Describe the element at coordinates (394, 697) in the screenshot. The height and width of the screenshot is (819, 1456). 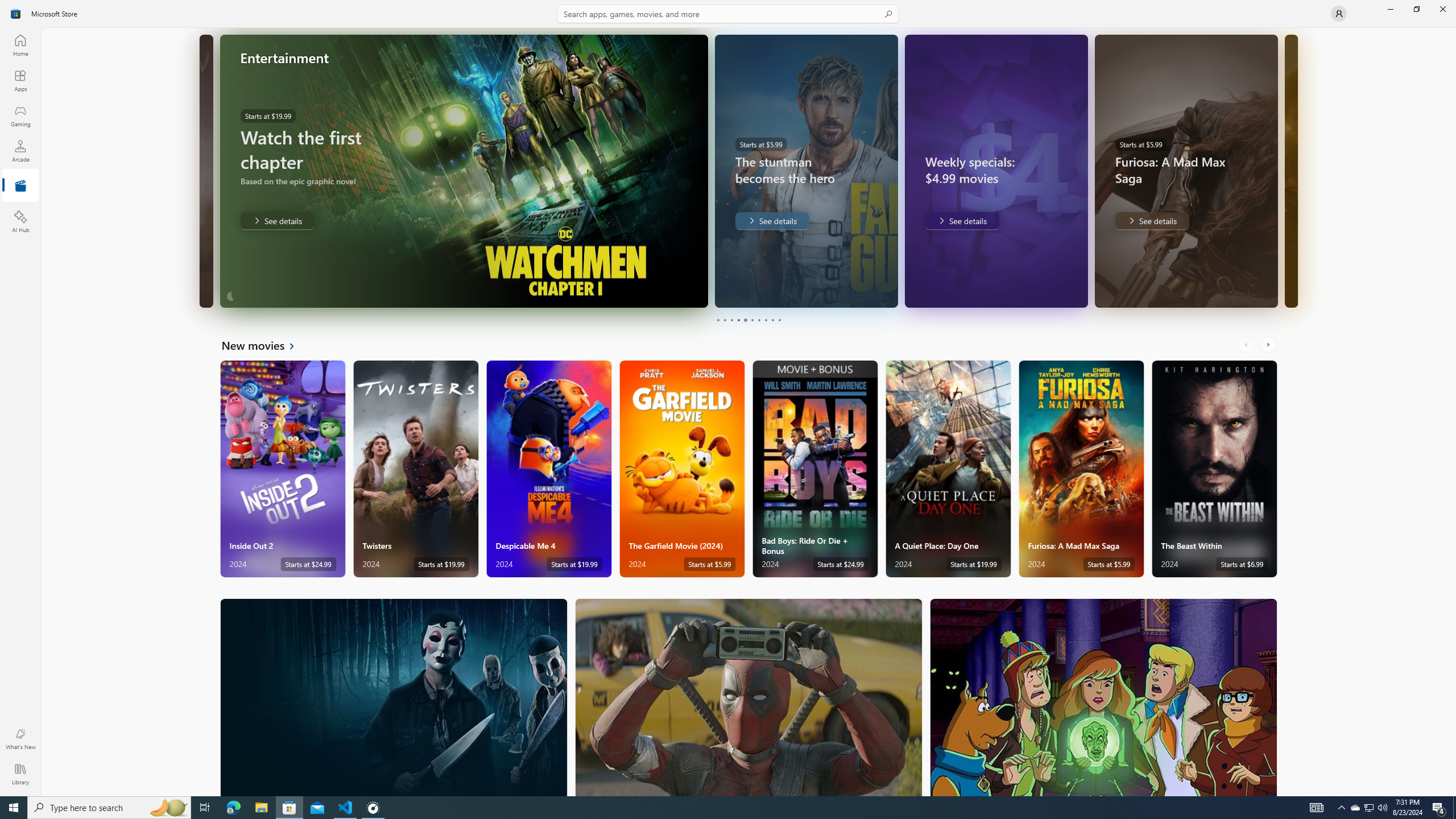
I see `'Horror'` at that location.